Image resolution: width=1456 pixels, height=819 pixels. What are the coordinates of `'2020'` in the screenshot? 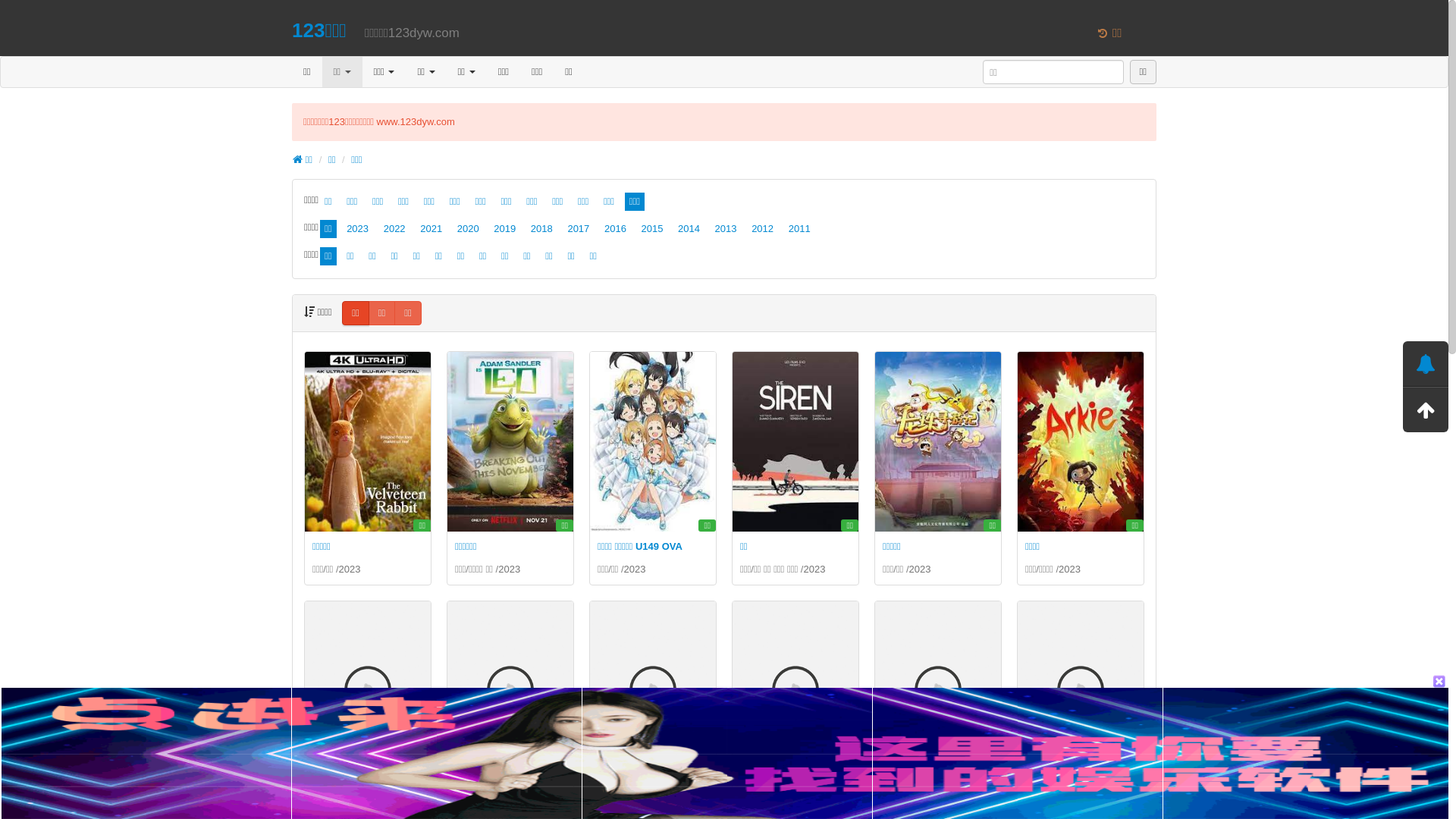 It's located at (467, 228).